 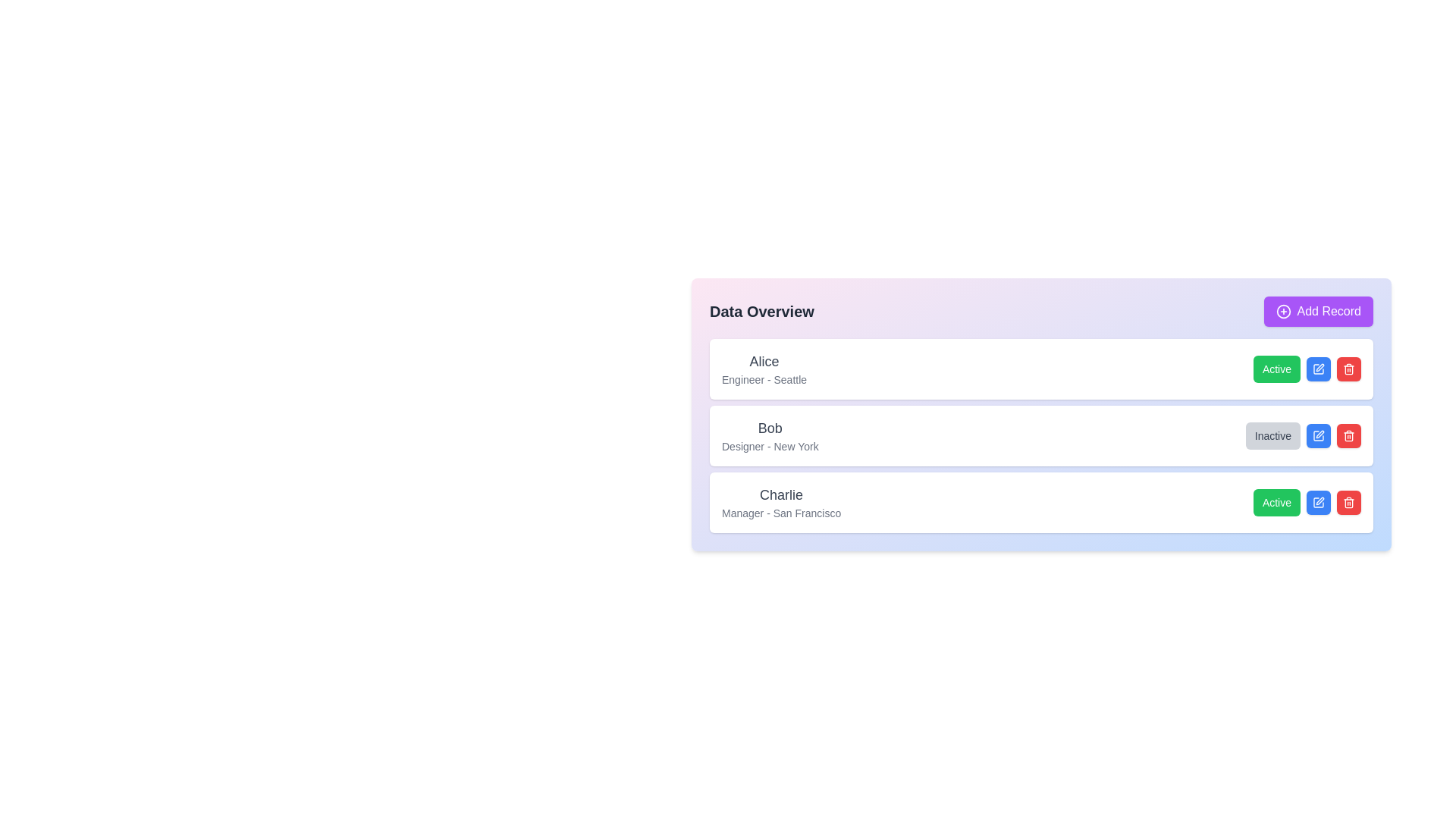 I want to click on the blue button with rounded corners and a pen icon, which is the second button in a row, to initiate an edit action, so click(x=1317, y=503).